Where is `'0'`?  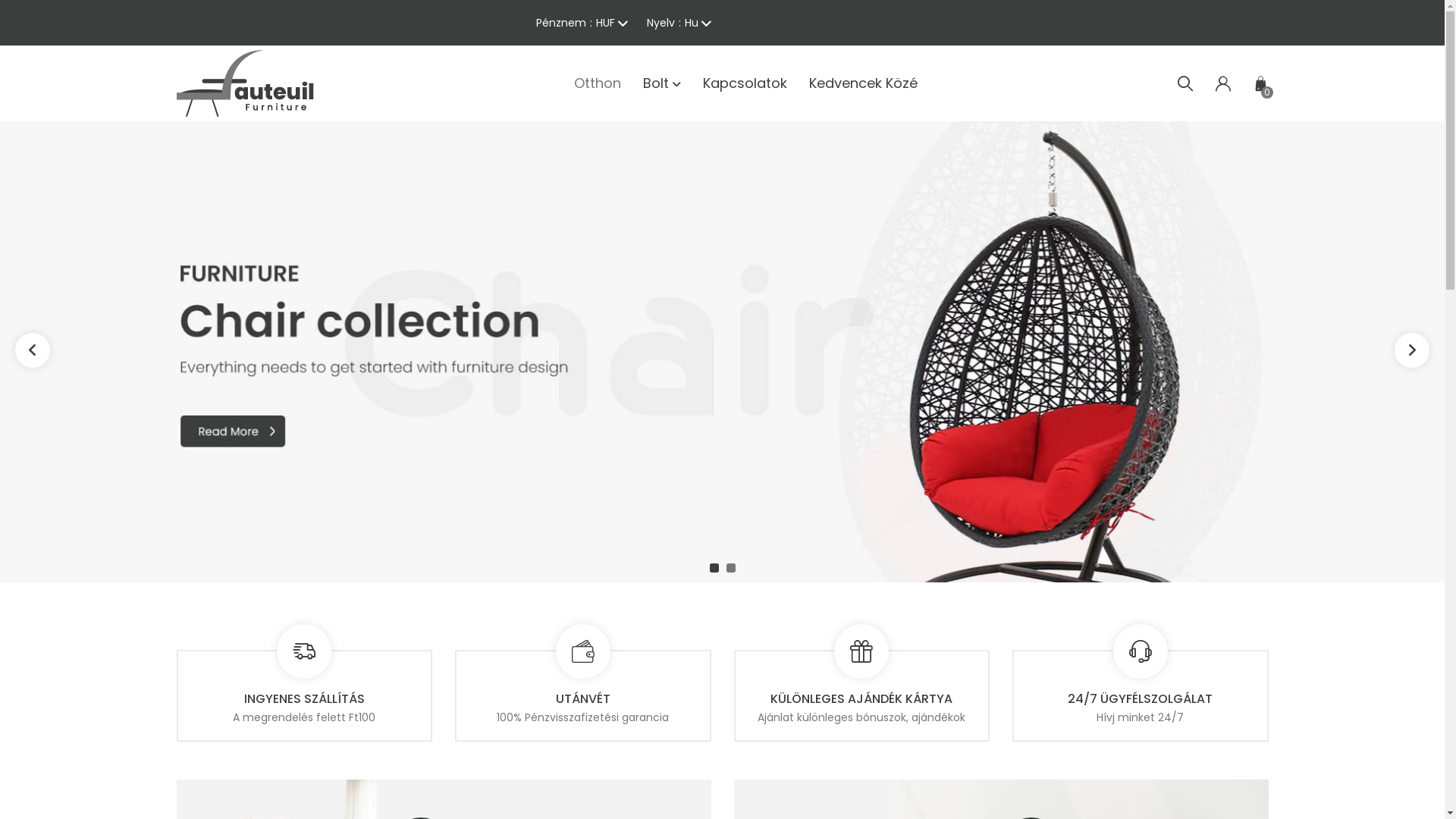
'0' is located at coordinates (1252, 83).